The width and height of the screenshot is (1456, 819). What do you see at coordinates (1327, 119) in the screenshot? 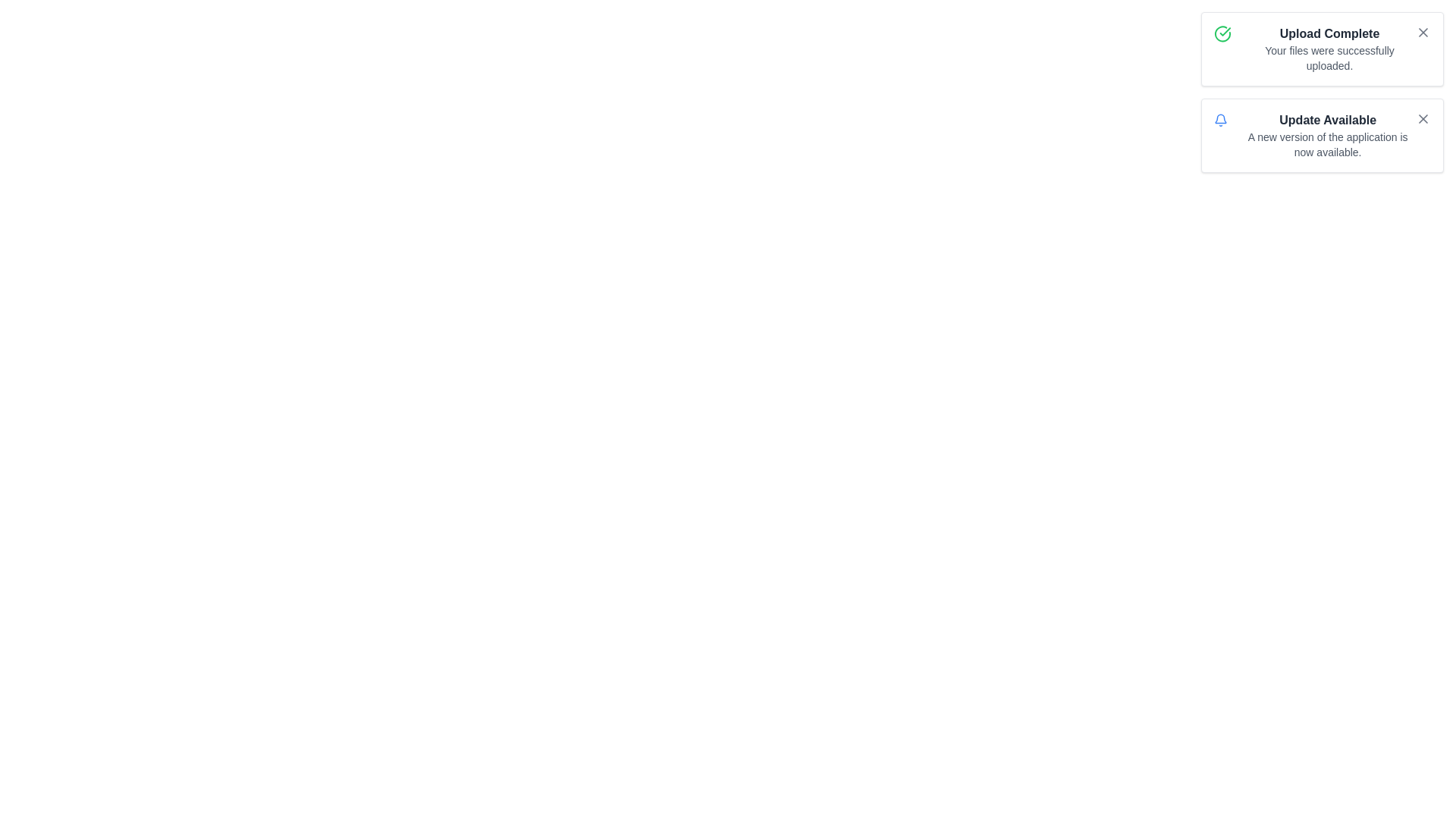
I see `the Text Display that shows 'Update Available', which is styled in bold dark gray font and serves as the title of the notification box` at bounding box center [1327, 119].